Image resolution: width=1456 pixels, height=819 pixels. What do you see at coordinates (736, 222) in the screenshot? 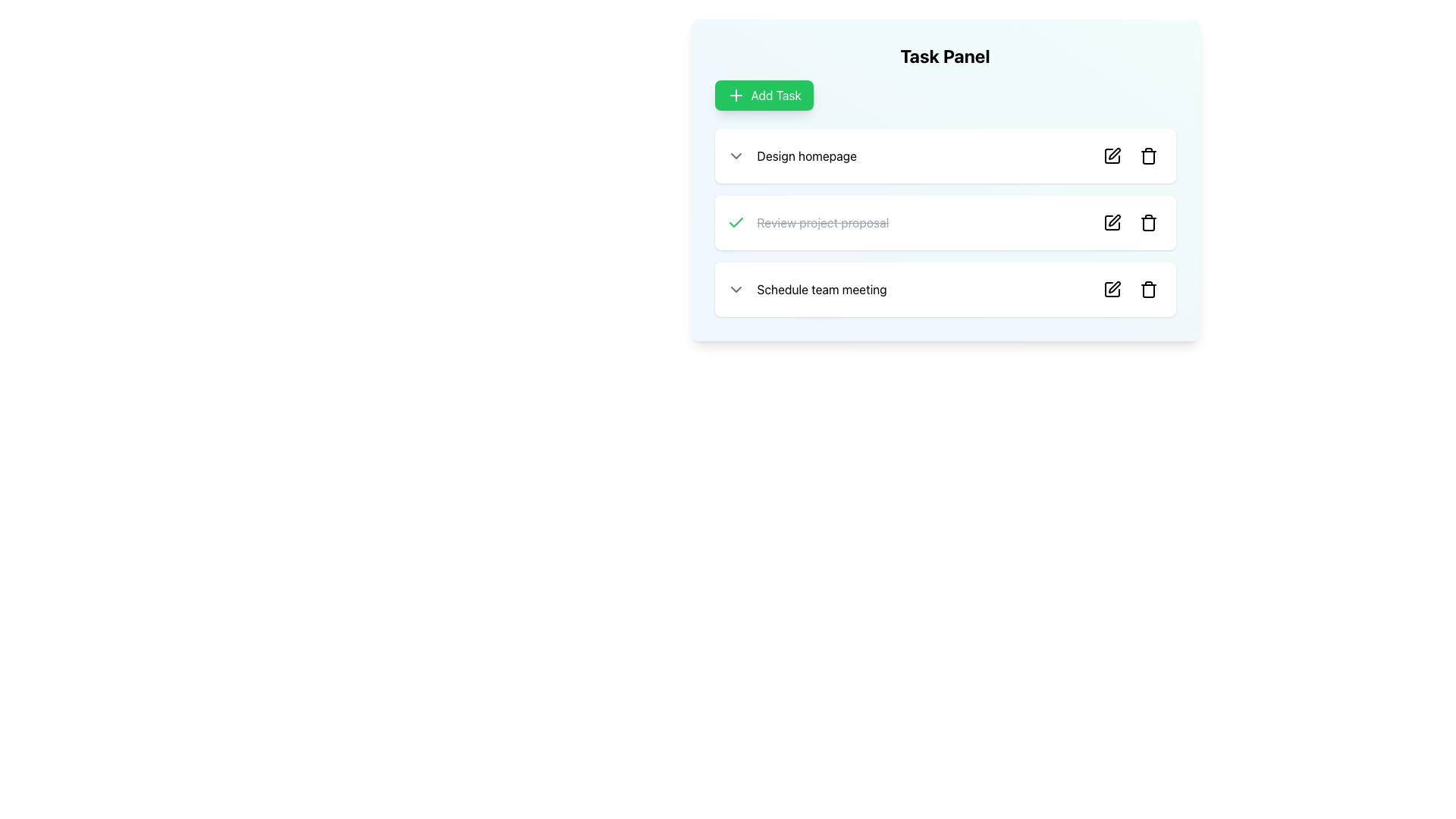
I see `the checkmark icon located on the right side of the task panel, adjacent to the task name 'Review project proposal', to mark the task as completed` at bounding box center [736, 222].